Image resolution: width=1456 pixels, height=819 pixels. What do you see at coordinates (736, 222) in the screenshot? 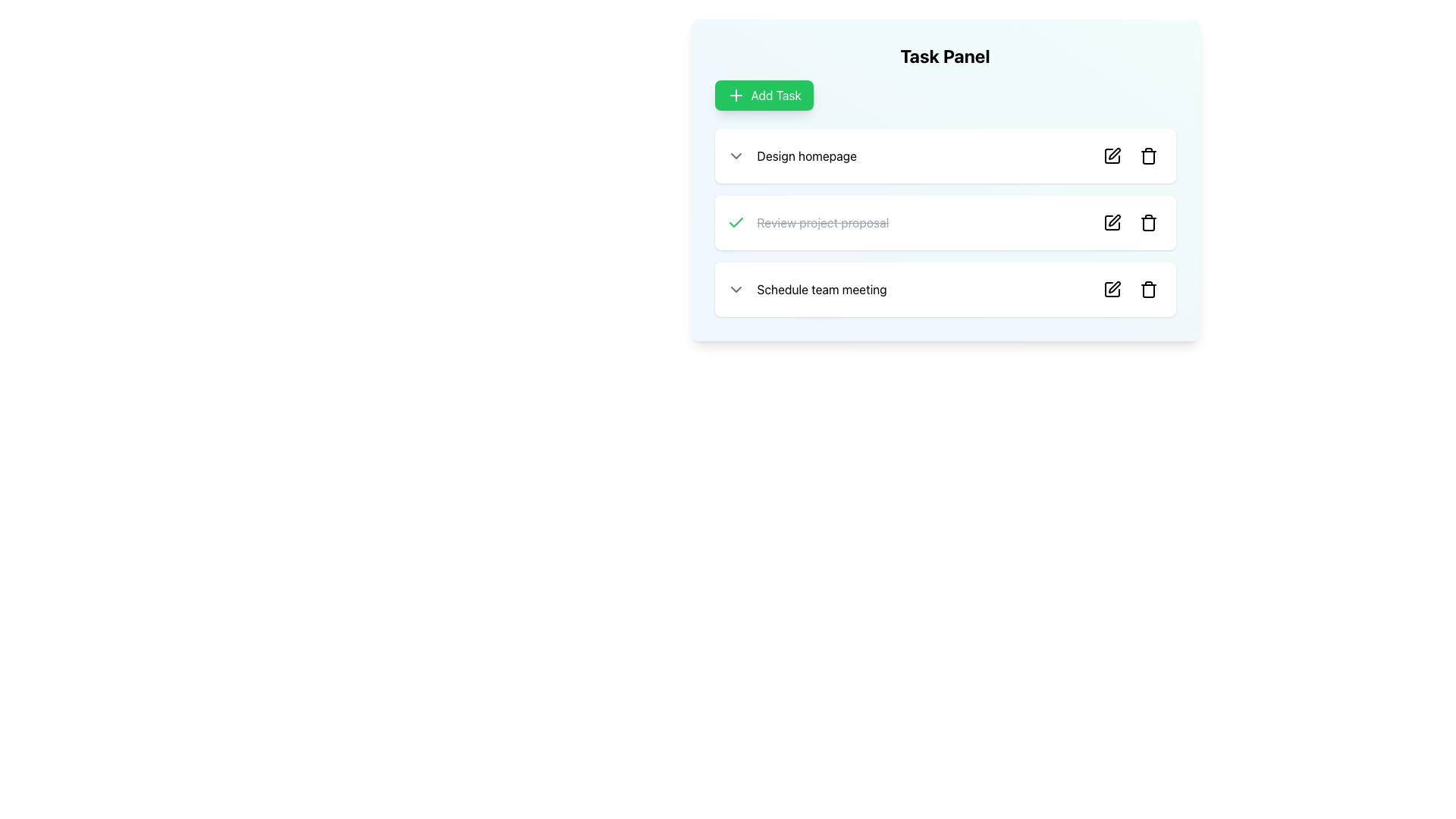
I see `the checkmark icon located on the right side of the task panel, adjacent to the task name 'Review project proposal', to mark the task as completed` at bounding box center [736, 222].